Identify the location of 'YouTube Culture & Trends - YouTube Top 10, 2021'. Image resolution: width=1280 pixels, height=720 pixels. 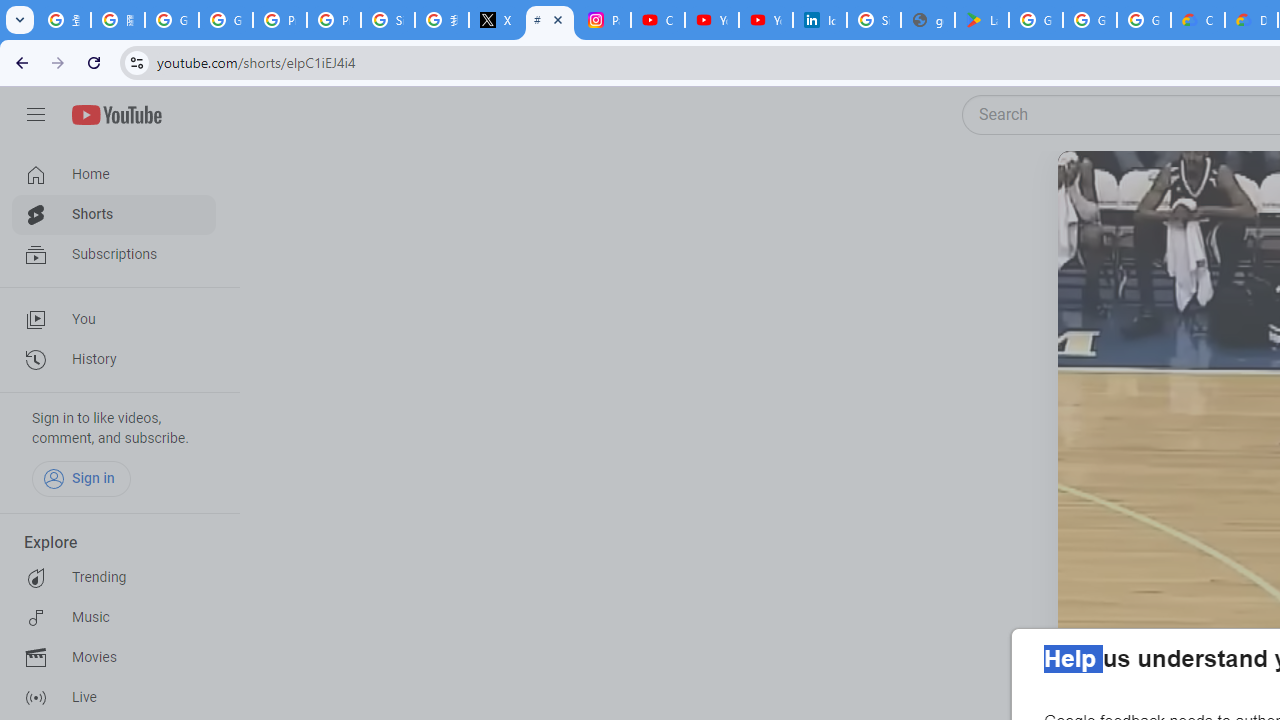
(765, 20).